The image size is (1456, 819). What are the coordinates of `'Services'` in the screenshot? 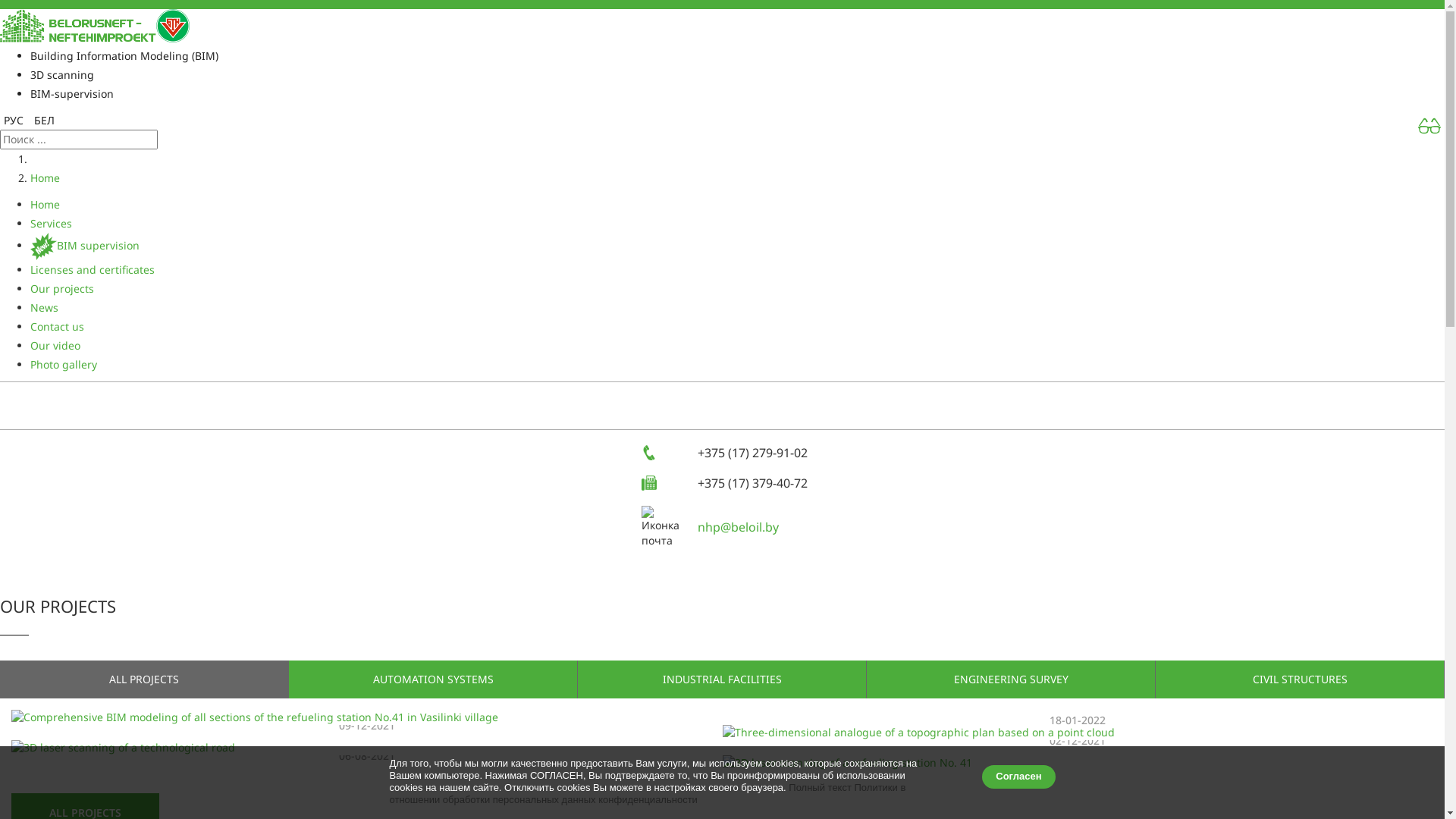 It's located at (51, 223).